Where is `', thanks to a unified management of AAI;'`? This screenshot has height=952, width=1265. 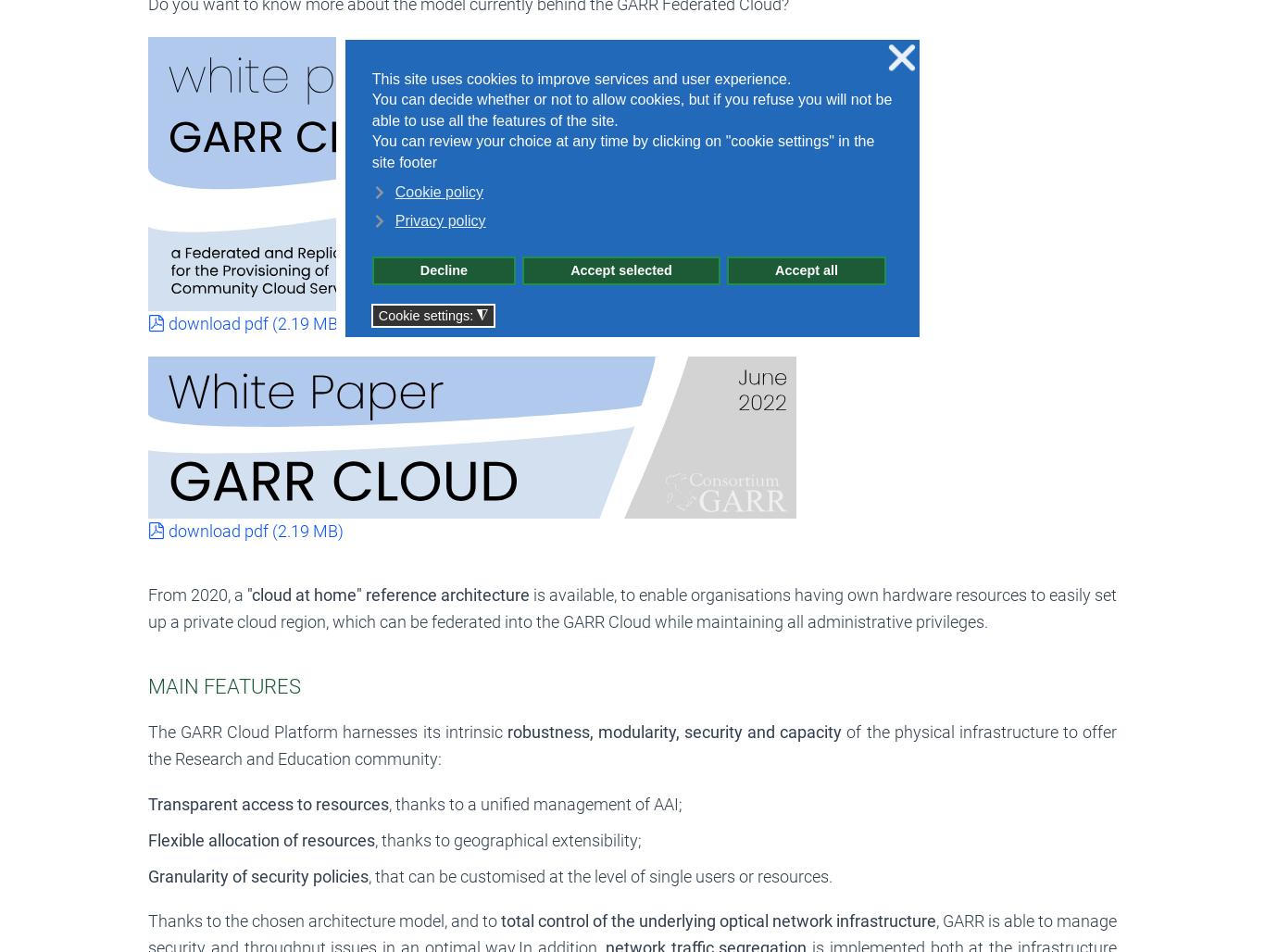
', thanks to a unified management of AAI;' is located at coordinates (534, 803).